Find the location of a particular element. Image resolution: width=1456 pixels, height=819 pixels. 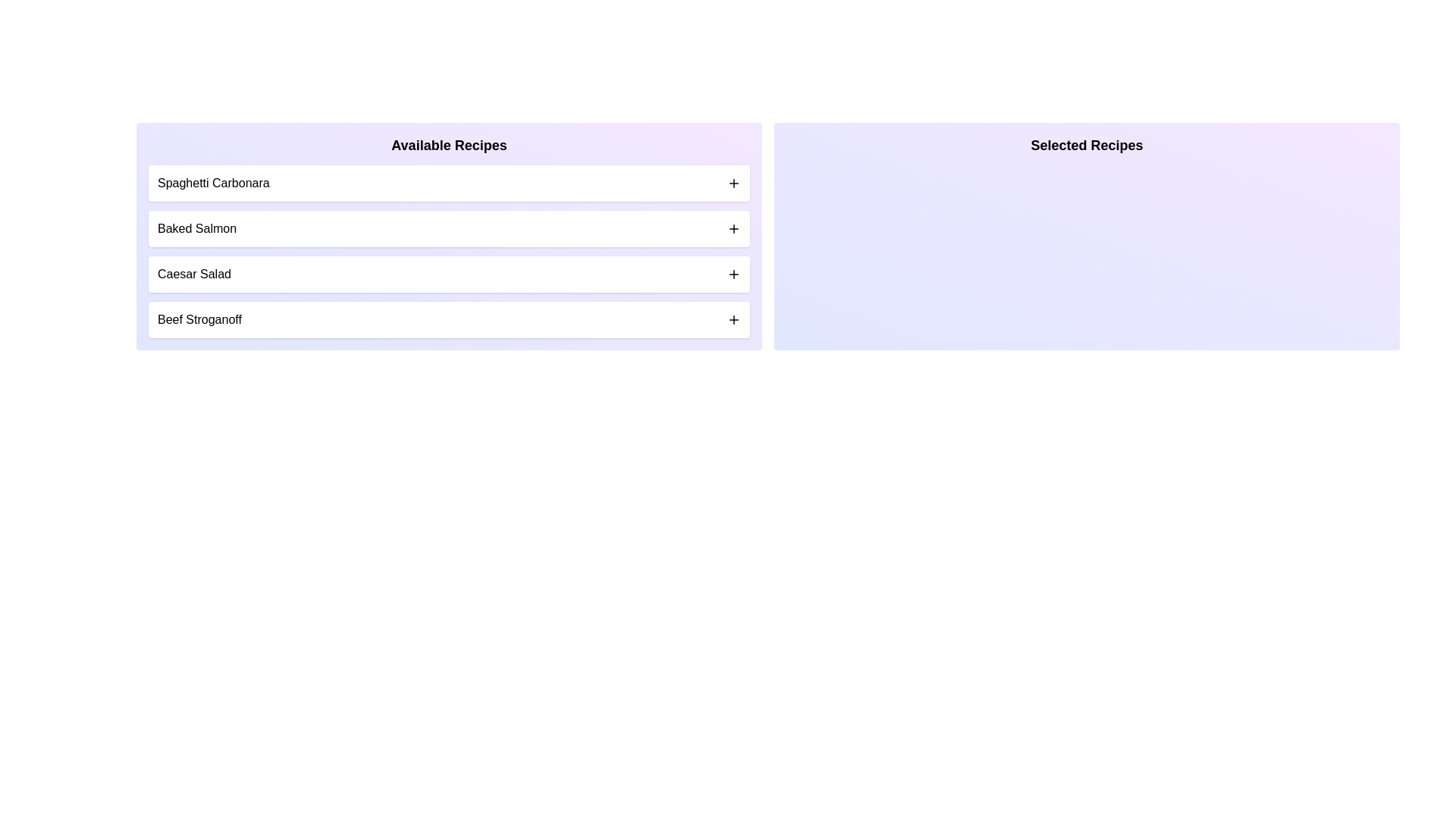

'+' button next to Caesar Salad to add it to the selected list is located at coordinates (734, 275).